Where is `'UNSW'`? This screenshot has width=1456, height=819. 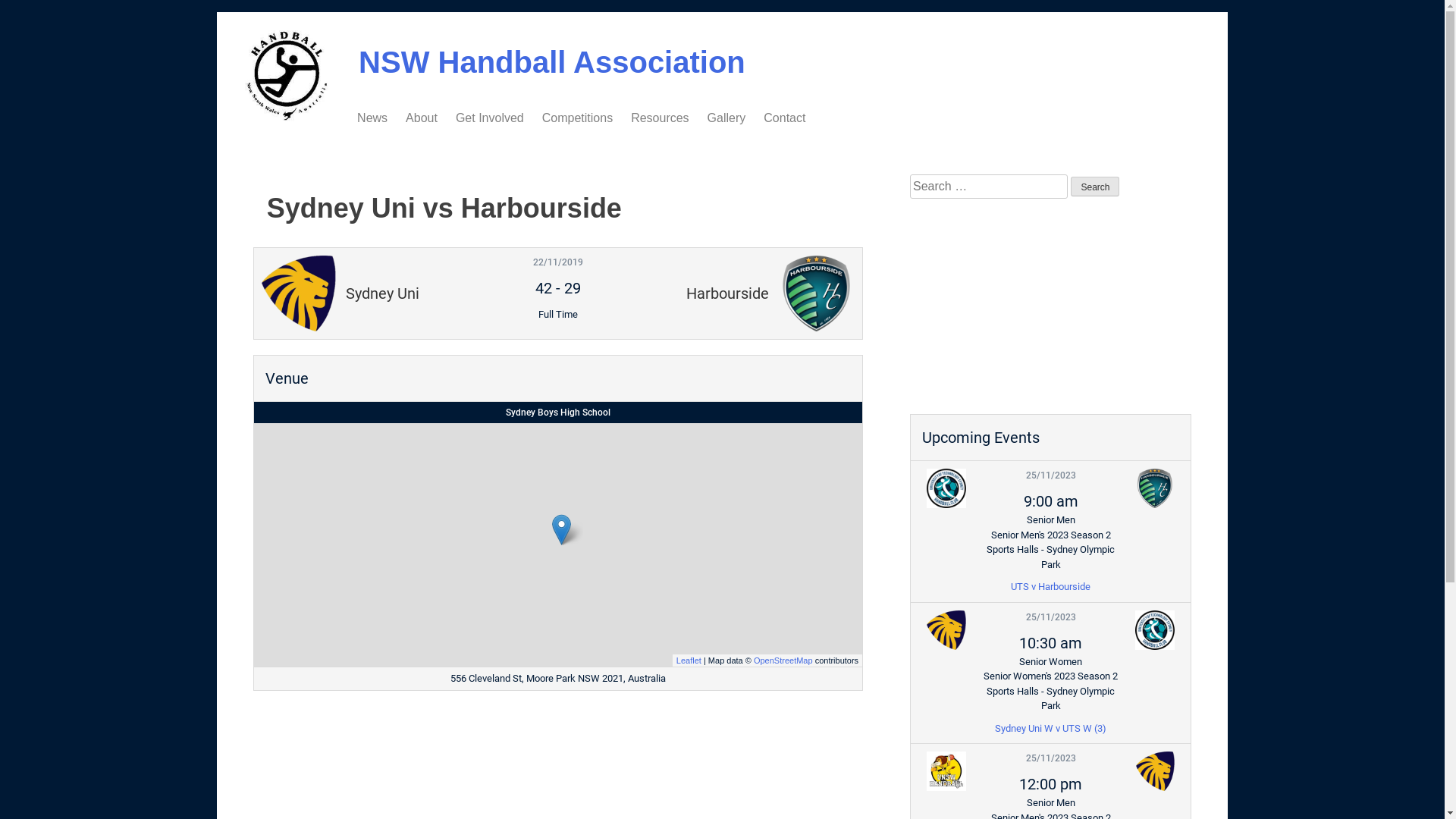 'UNSW' is located at coordinates (946, 771).